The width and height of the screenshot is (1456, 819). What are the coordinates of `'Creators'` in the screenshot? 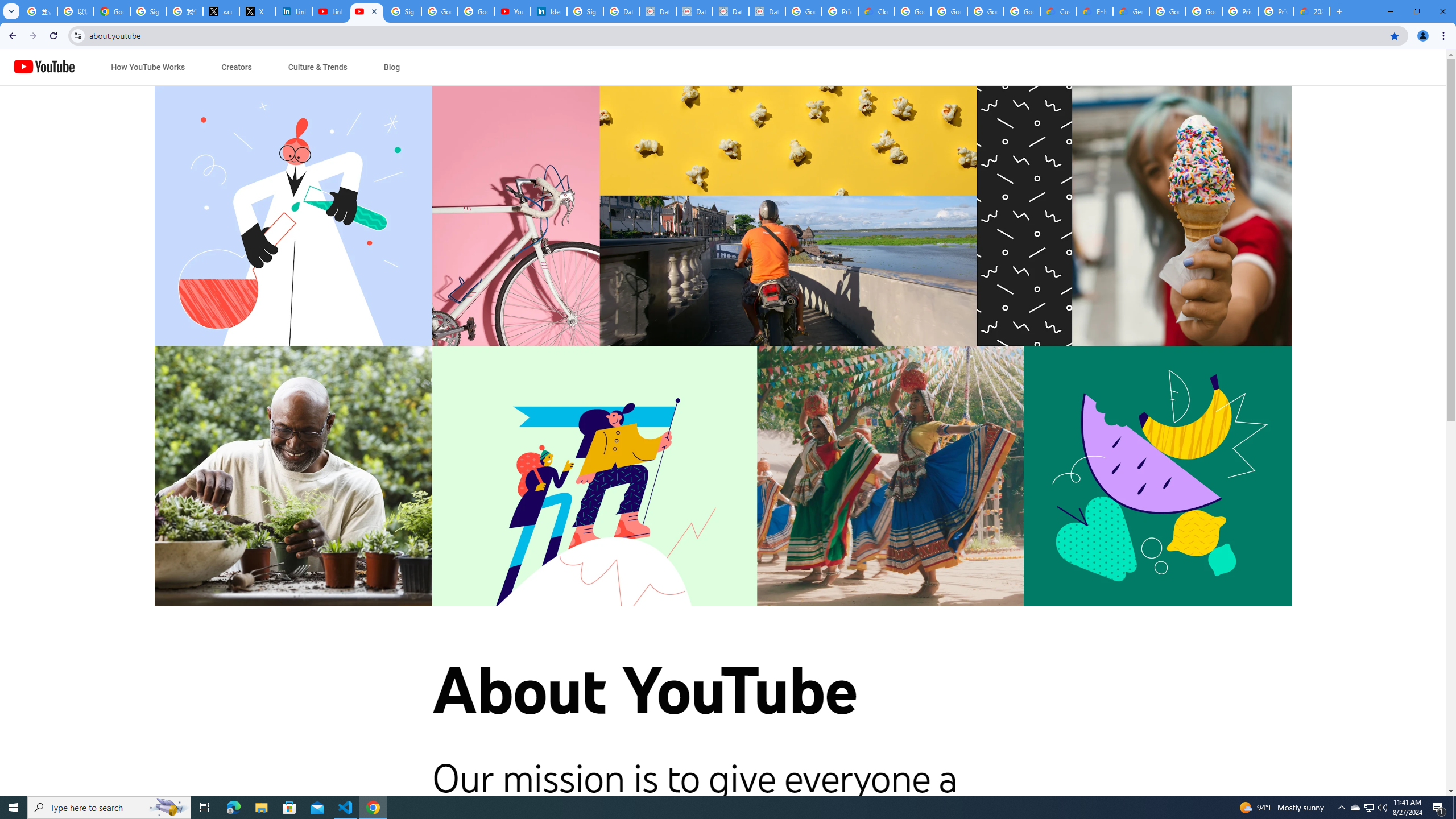 It's located at (236, 67).